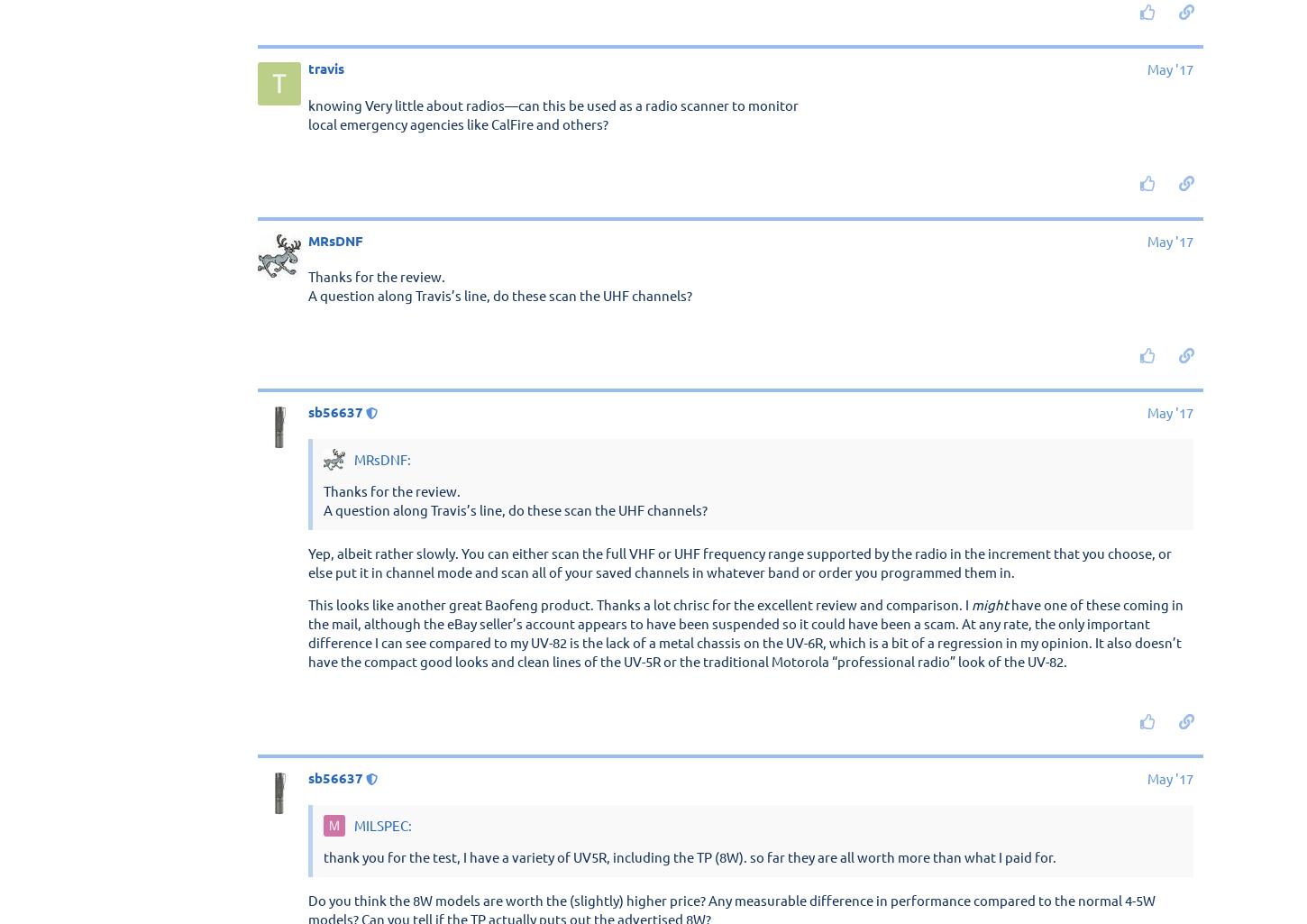  Describe the element at coordinates (379, 459) in the screenshot. I see `'MRsDNF:'` at that location.